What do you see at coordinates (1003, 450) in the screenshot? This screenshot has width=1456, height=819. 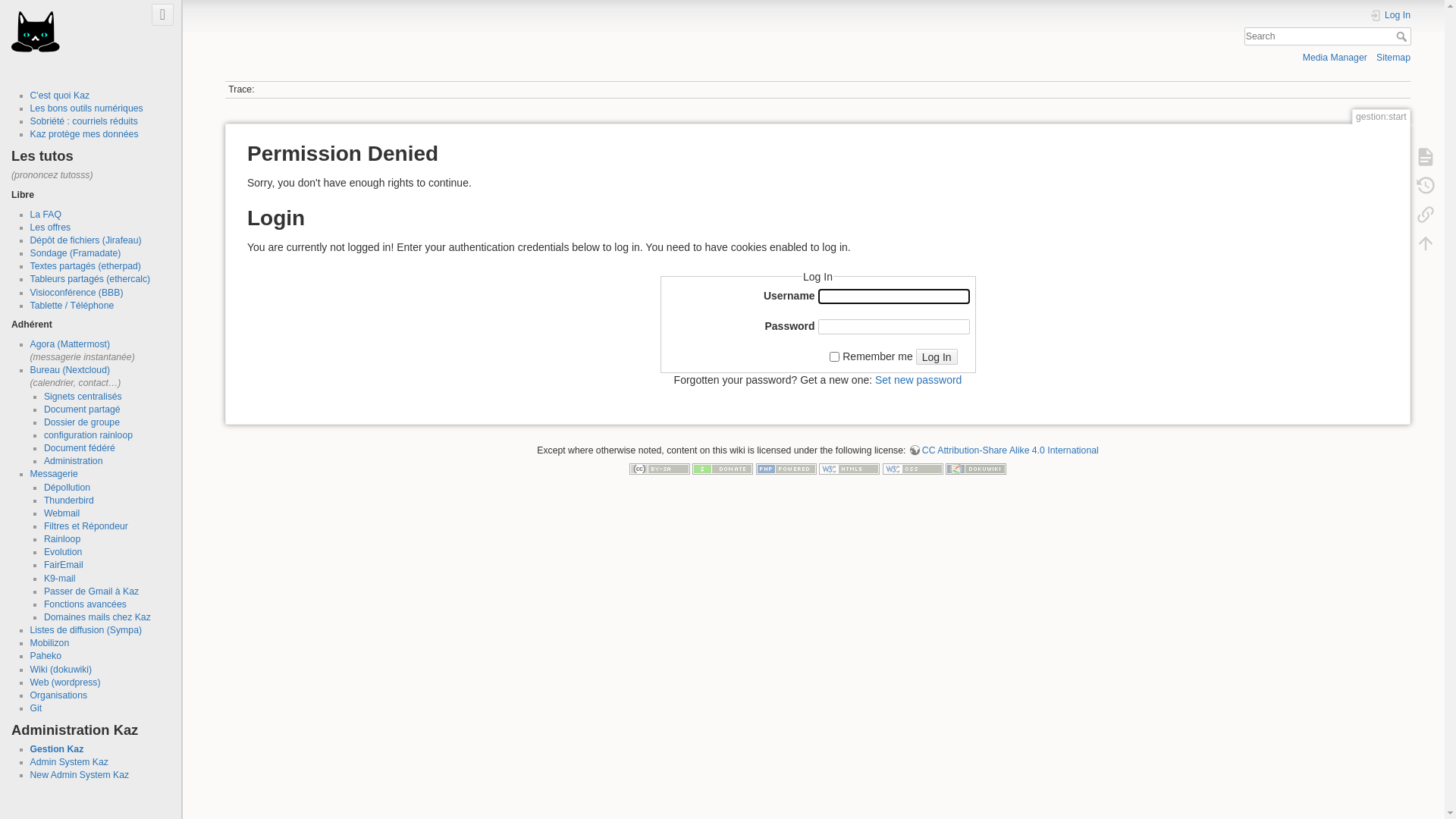 I see `'CC Attribution-Share Alike 4.0 International'` at bounding box center [1003, 450].